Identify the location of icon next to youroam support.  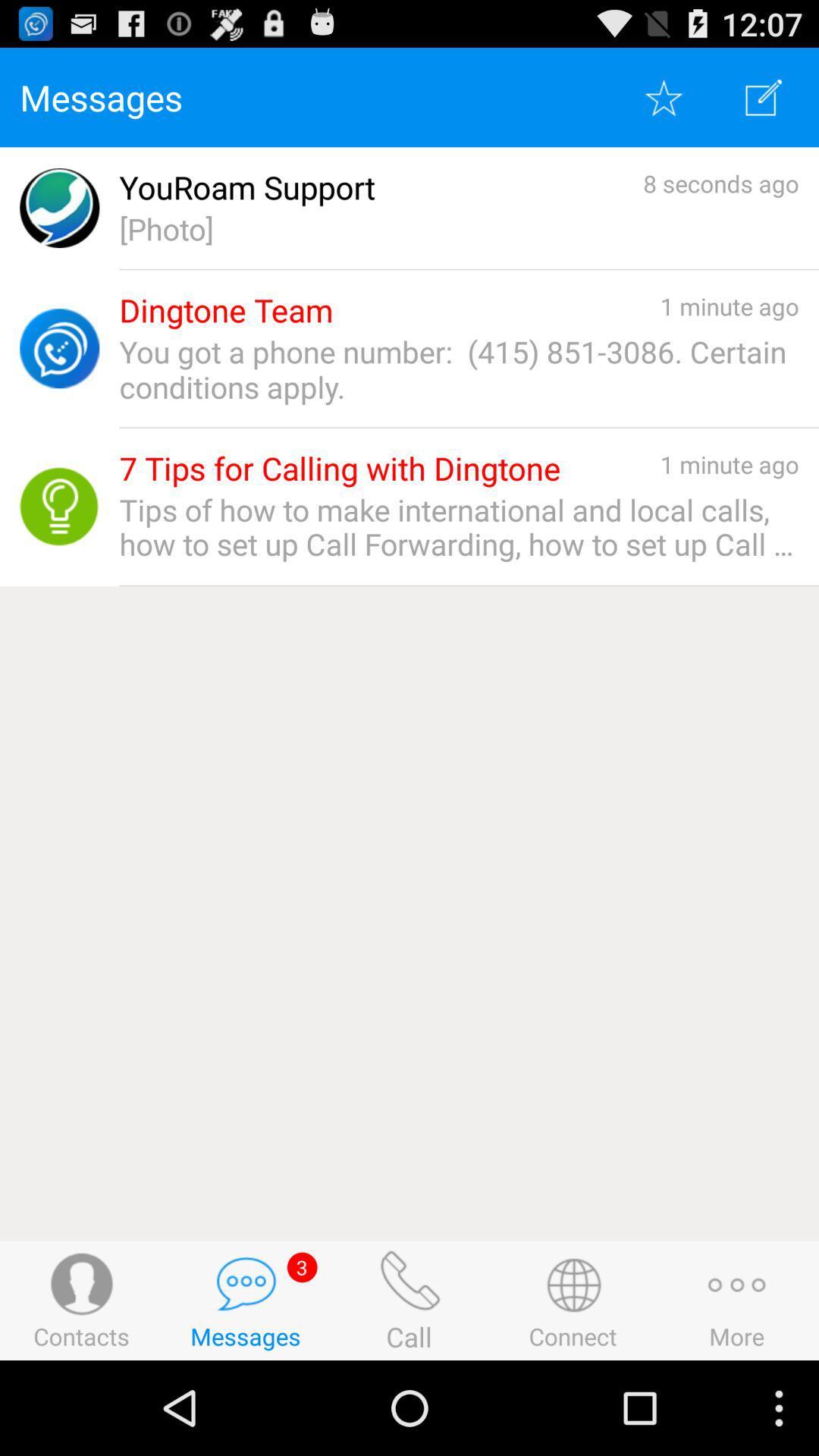
(720, 182).